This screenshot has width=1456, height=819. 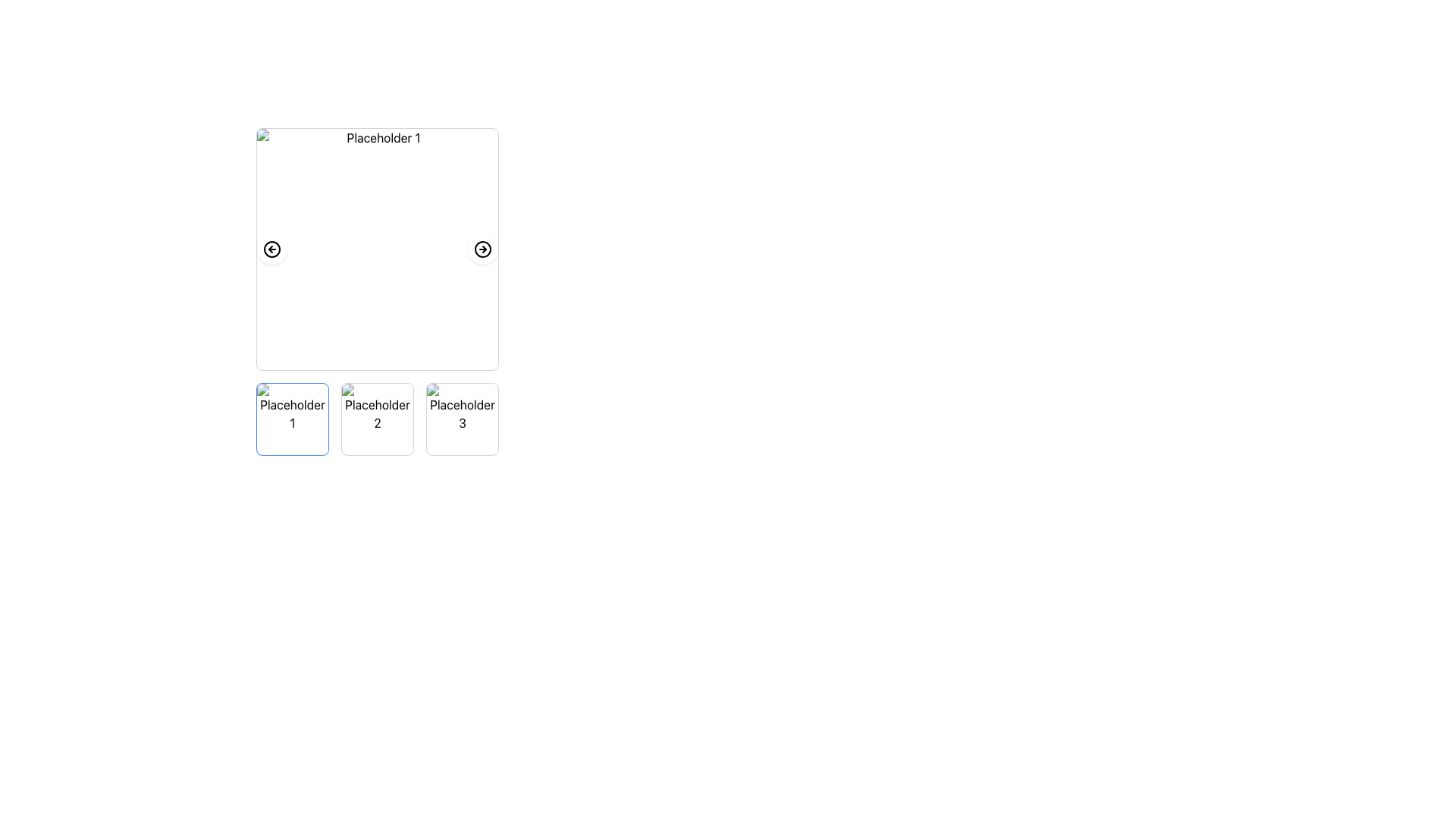 What do you see at coordinates (292, 419) in the screenshot?
I see `the first selectable thumbnail component, which serves as a preview or reference for additional content` at bounding box center [292, 419].